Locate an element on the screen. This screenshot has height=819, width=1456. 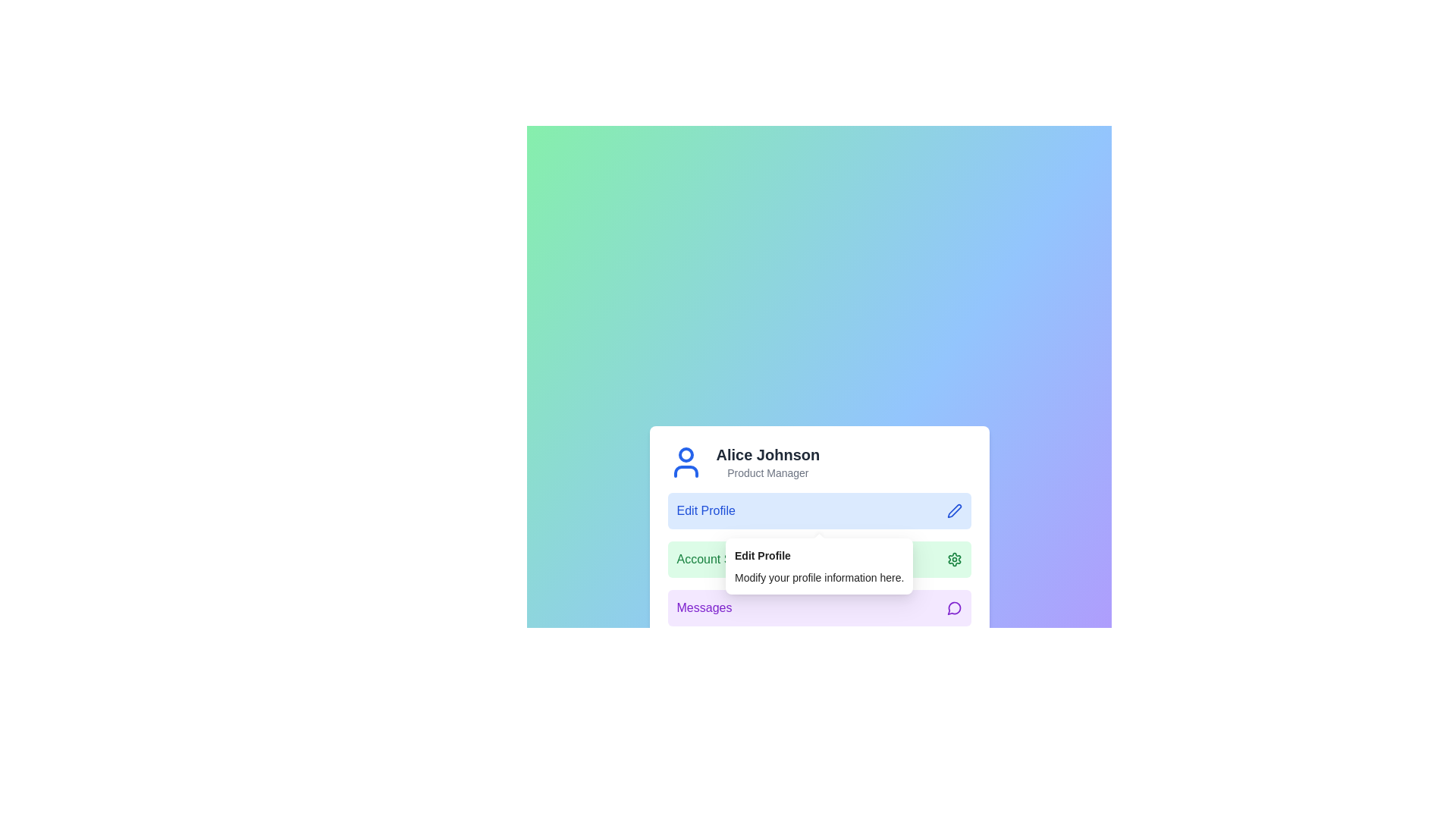
the edit icon located is located at coordinates (953, 511).